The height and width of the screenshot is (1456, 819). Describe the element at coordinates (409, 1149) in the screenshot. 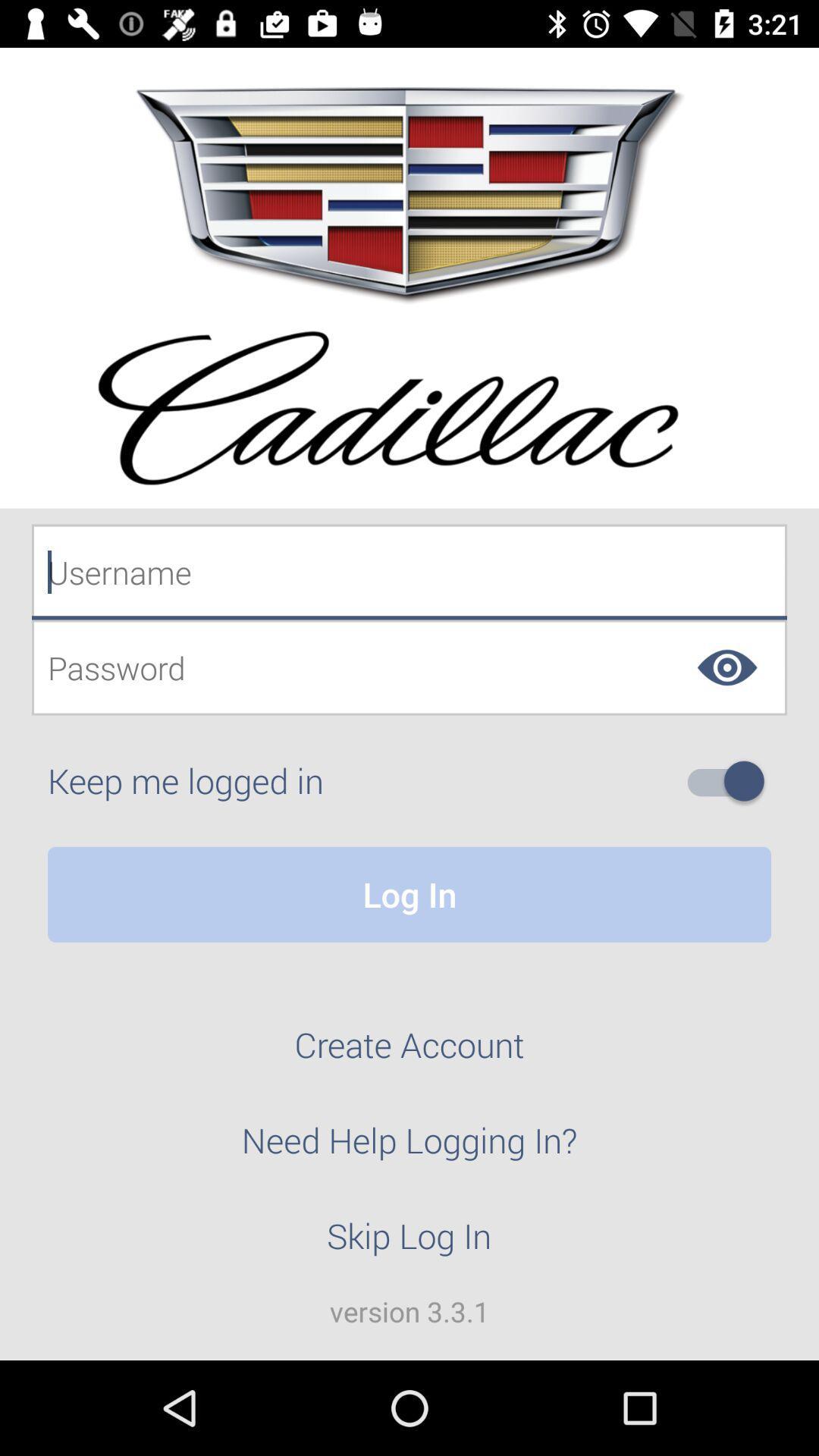

I see `the icon above skip log in item` at that location.